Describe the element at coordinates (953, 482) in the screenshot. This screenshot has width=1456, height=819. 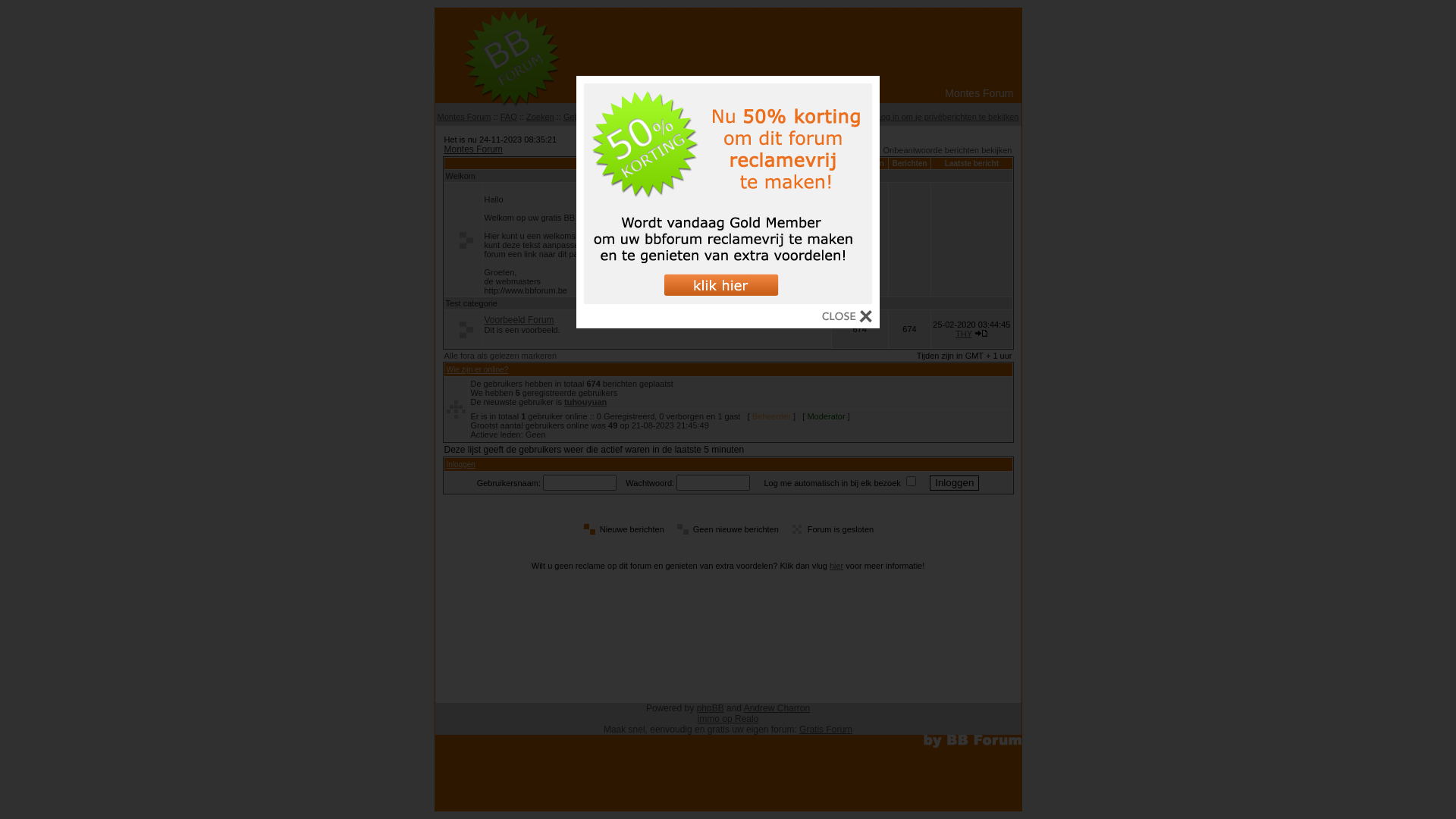
I see `'Inloggen'` at that location.